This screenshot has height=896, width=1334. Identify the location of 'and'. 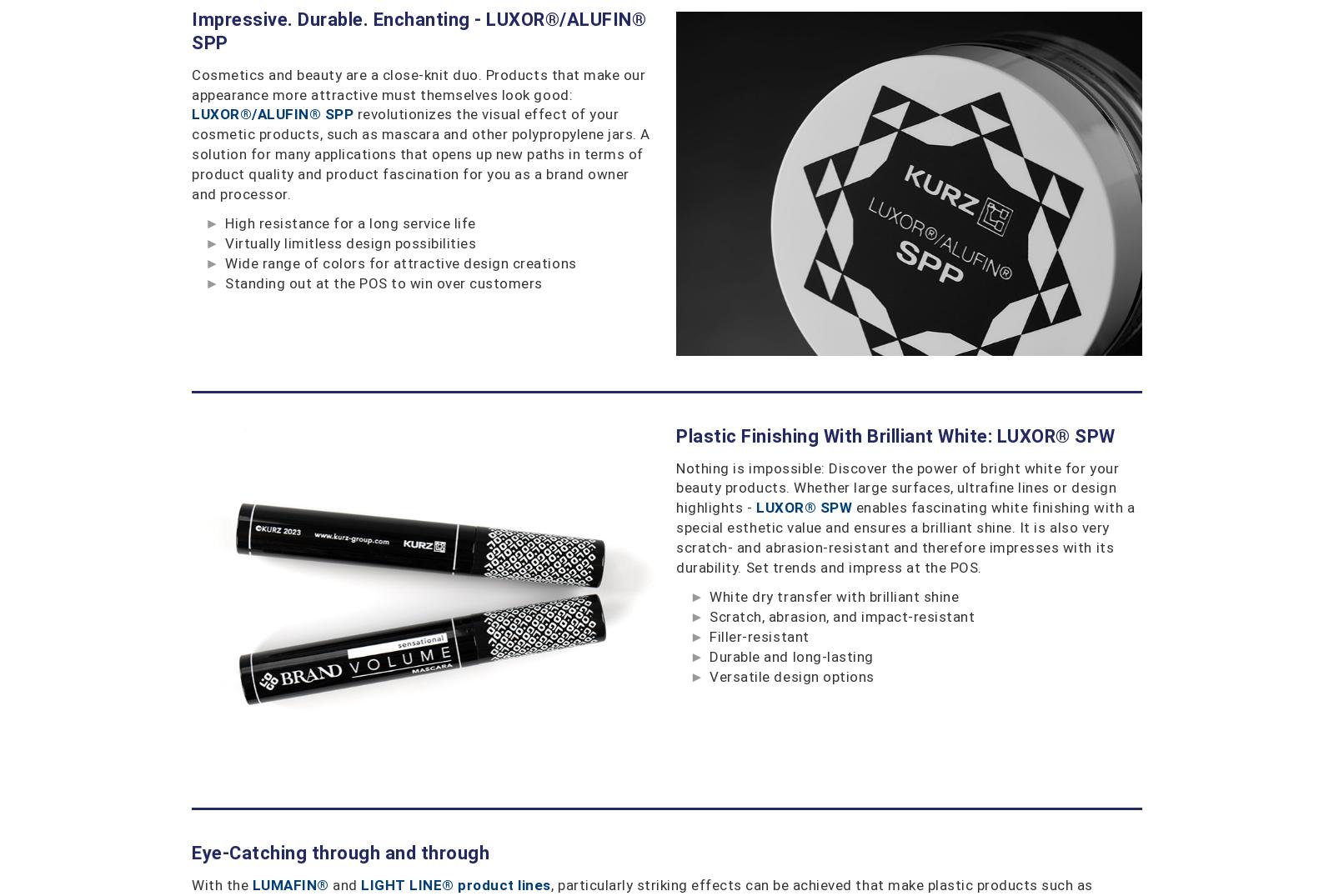
(344, 884).